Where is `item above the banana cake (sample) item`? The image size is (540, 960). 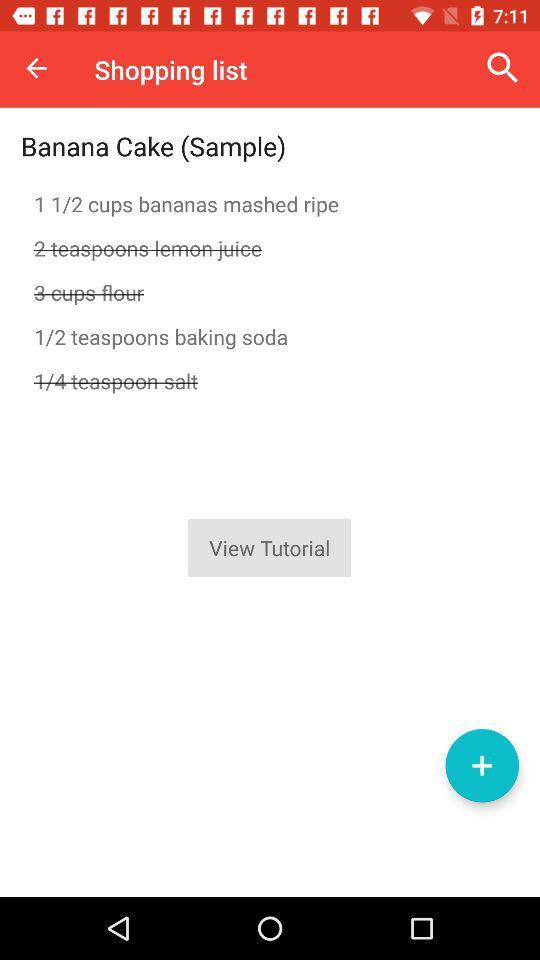 item above the banana cake (sample) item is located at coordinates (36, 68).